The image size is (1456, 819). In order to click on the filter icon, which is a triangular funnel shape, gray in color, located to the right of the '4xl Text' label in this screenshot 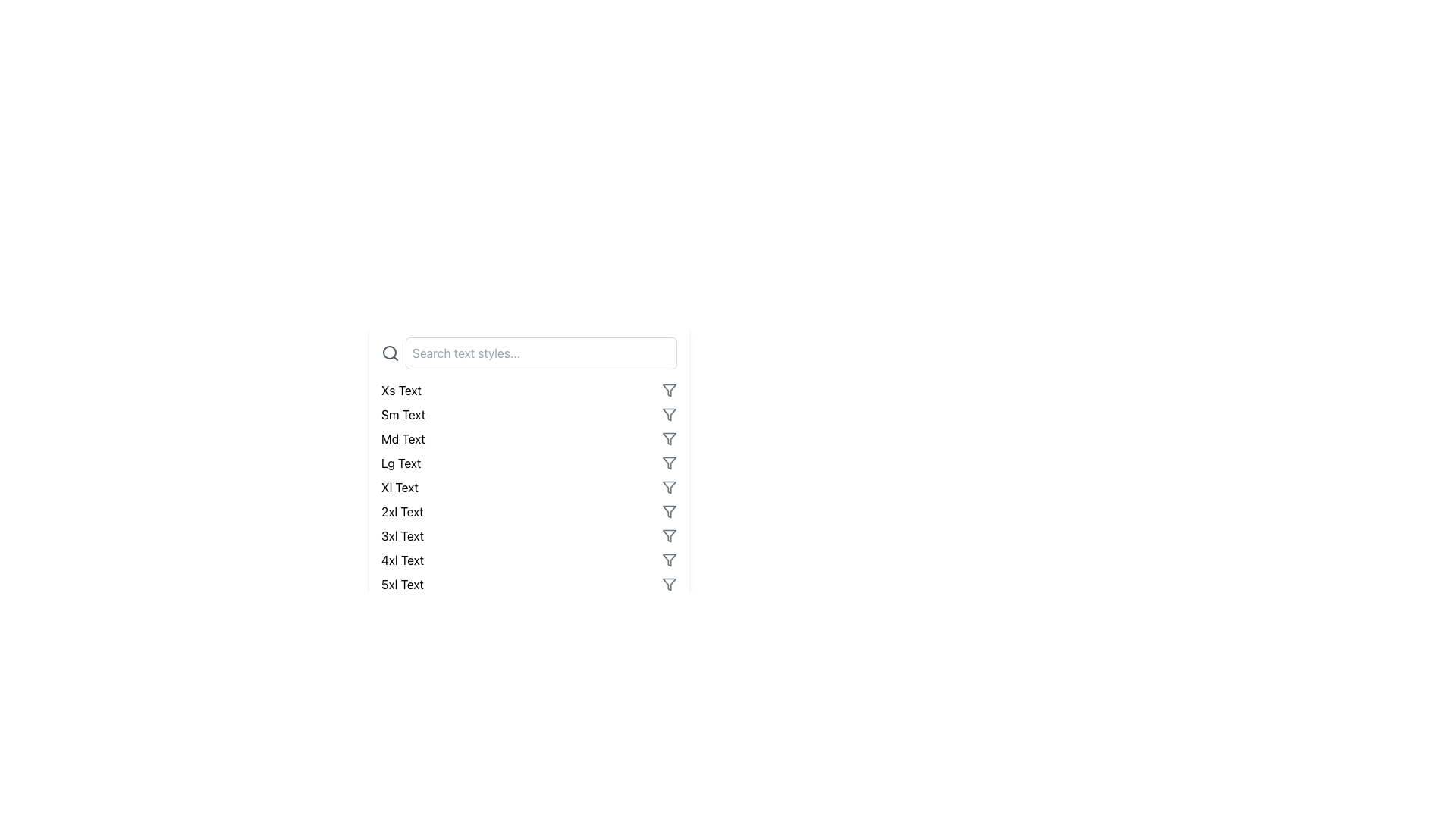, I will do `click(669, 560)`.